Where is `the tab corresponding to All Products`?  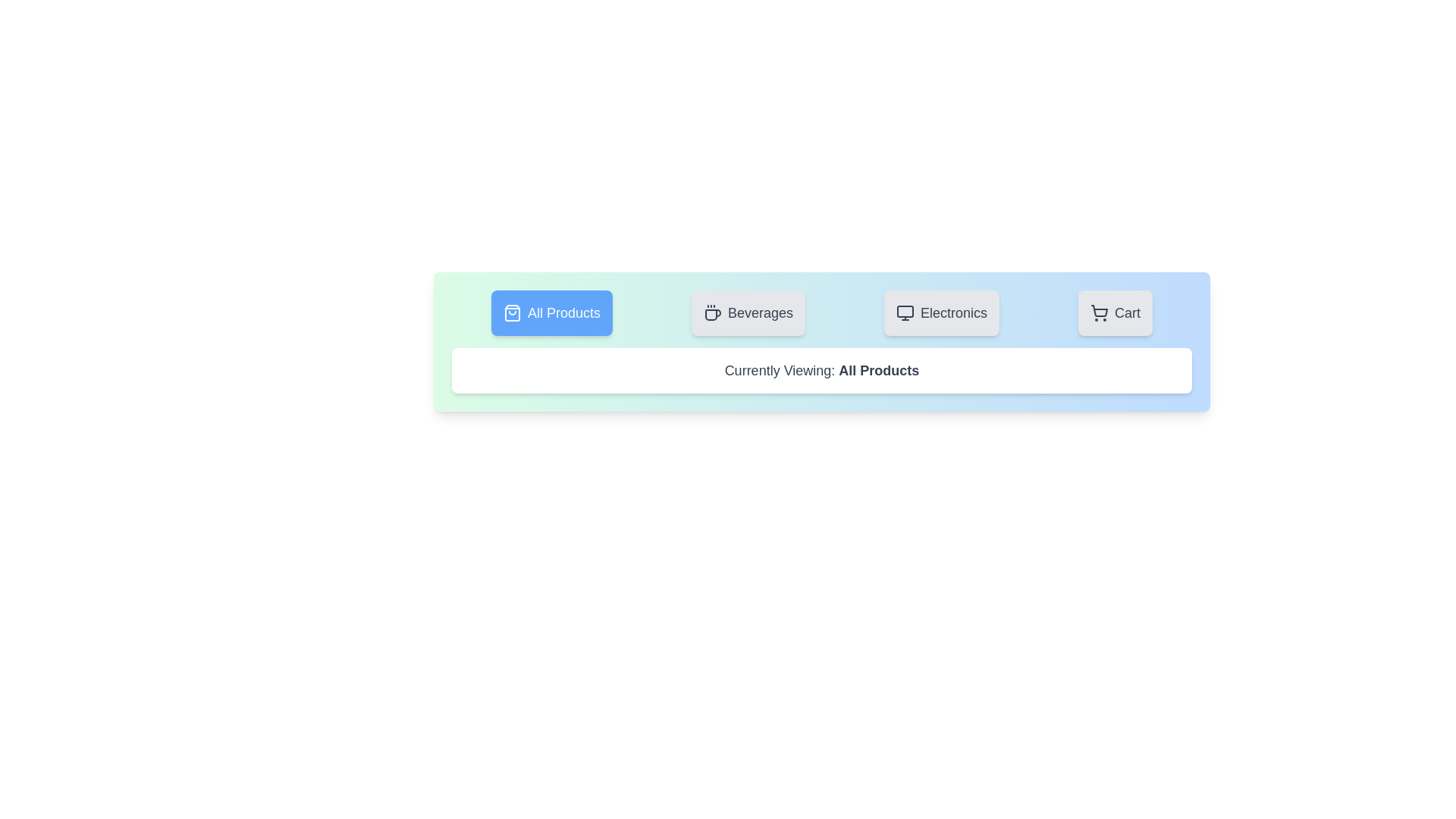
the tab corresponding to All Products is located at coordinates (551, 312).